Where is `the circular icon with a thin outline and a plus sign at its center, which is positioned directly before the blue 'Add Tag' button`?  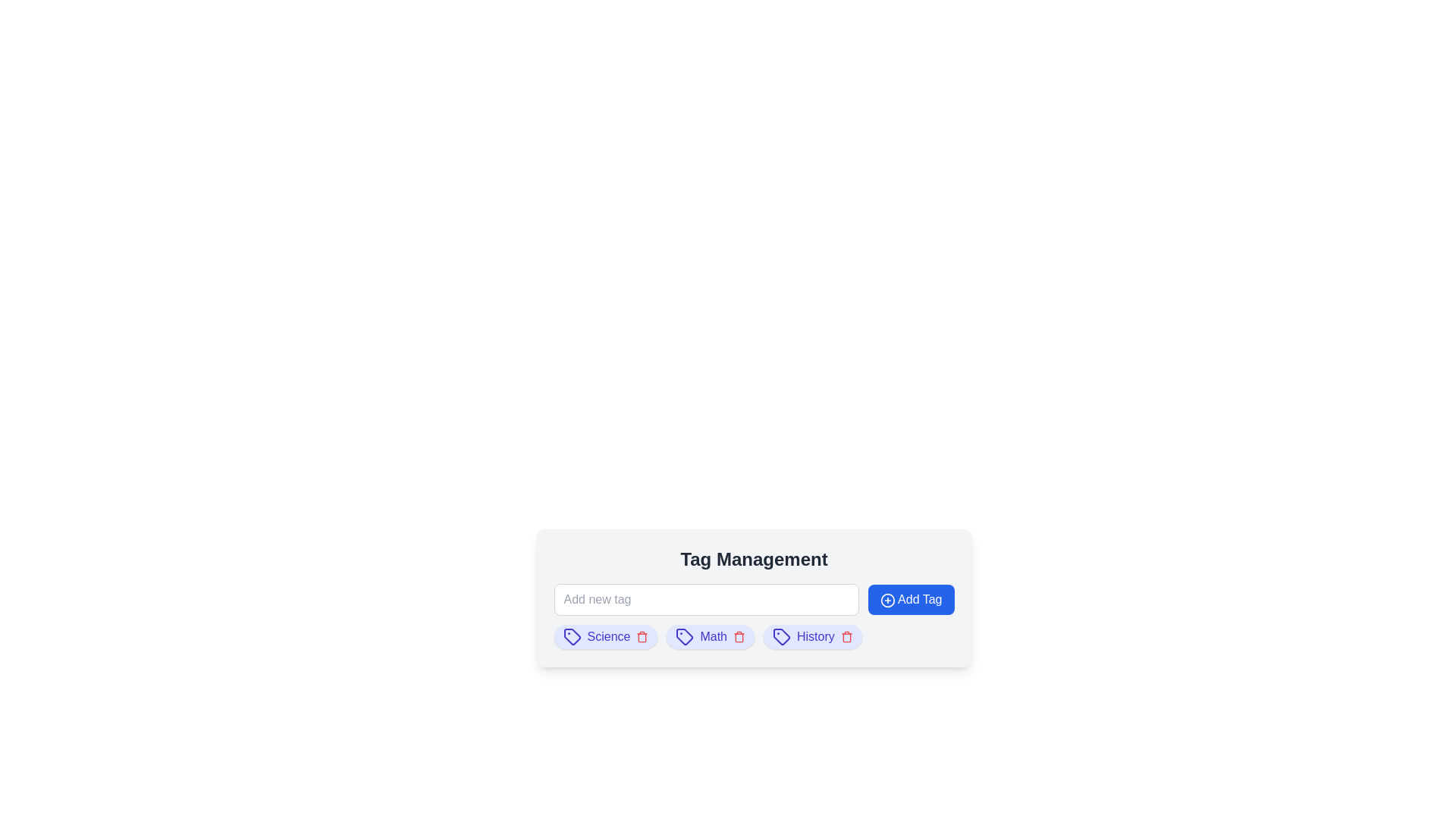
the circular icon with a thin outline and a plus sign at its center, which is positioned directly before the blue 'Add Tag' button is located at coordinates (887, 599).